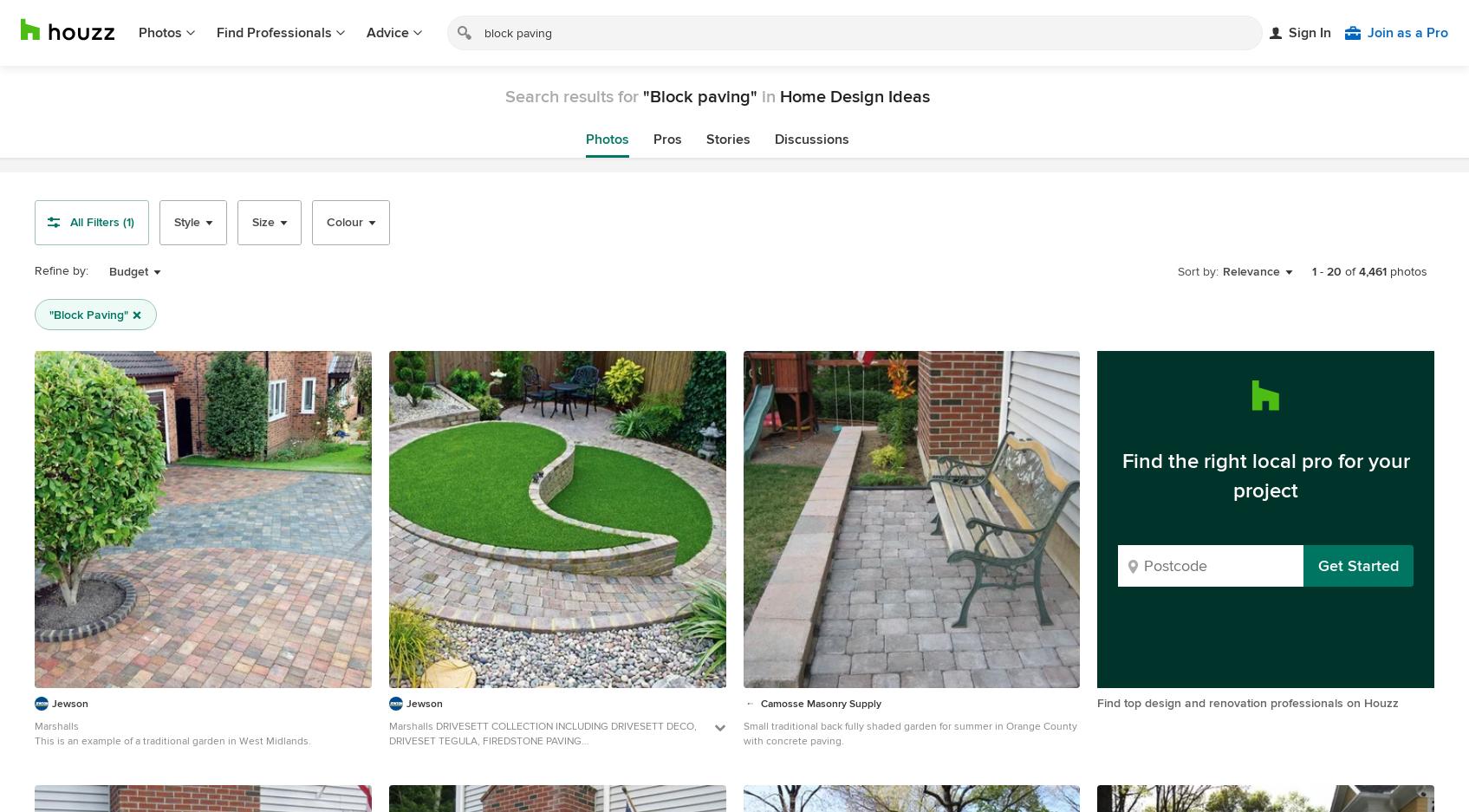  What do you see at coordinates (505, 754) in the screenshot?
I see `'Photo of a contemporary garden in West Midlands.'` at bounding box center [505, 754].